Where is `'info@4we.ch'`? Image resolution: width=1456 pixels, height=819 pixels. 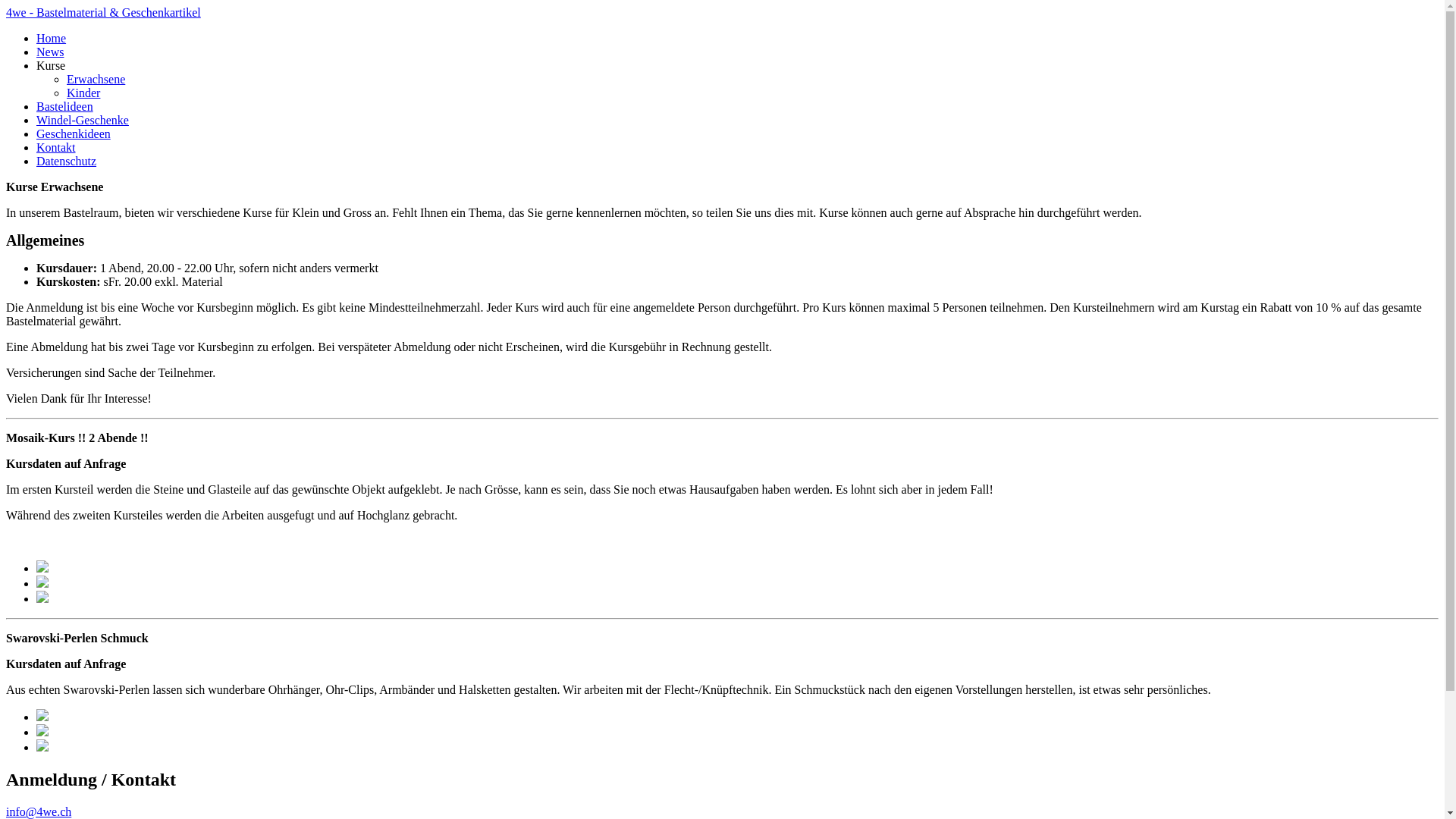
'info@4we.ch' is located at coordinates (39, 811).